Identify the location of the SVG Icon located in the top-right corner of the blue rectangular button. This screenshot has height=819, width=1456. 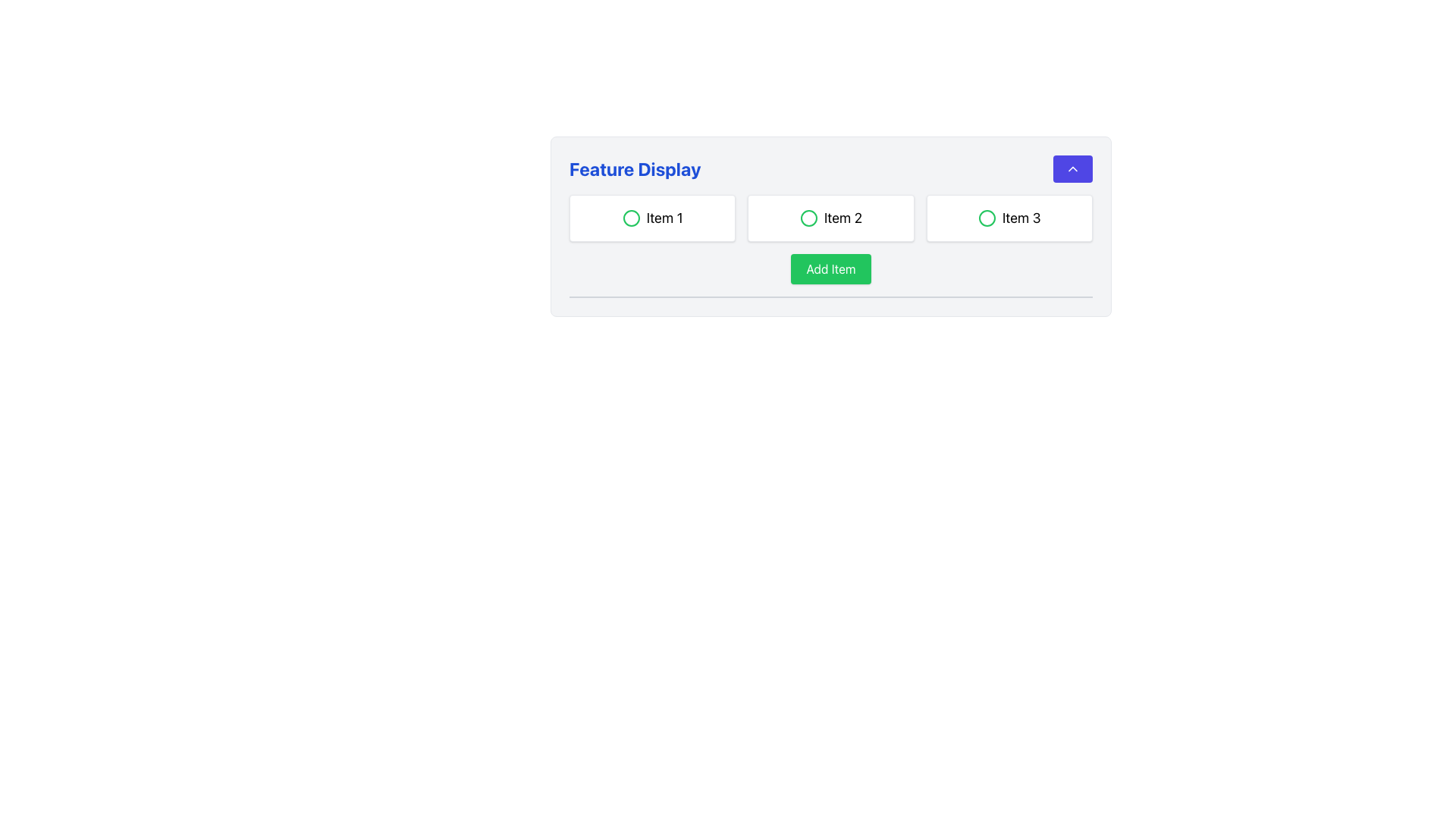
(1072, 169).